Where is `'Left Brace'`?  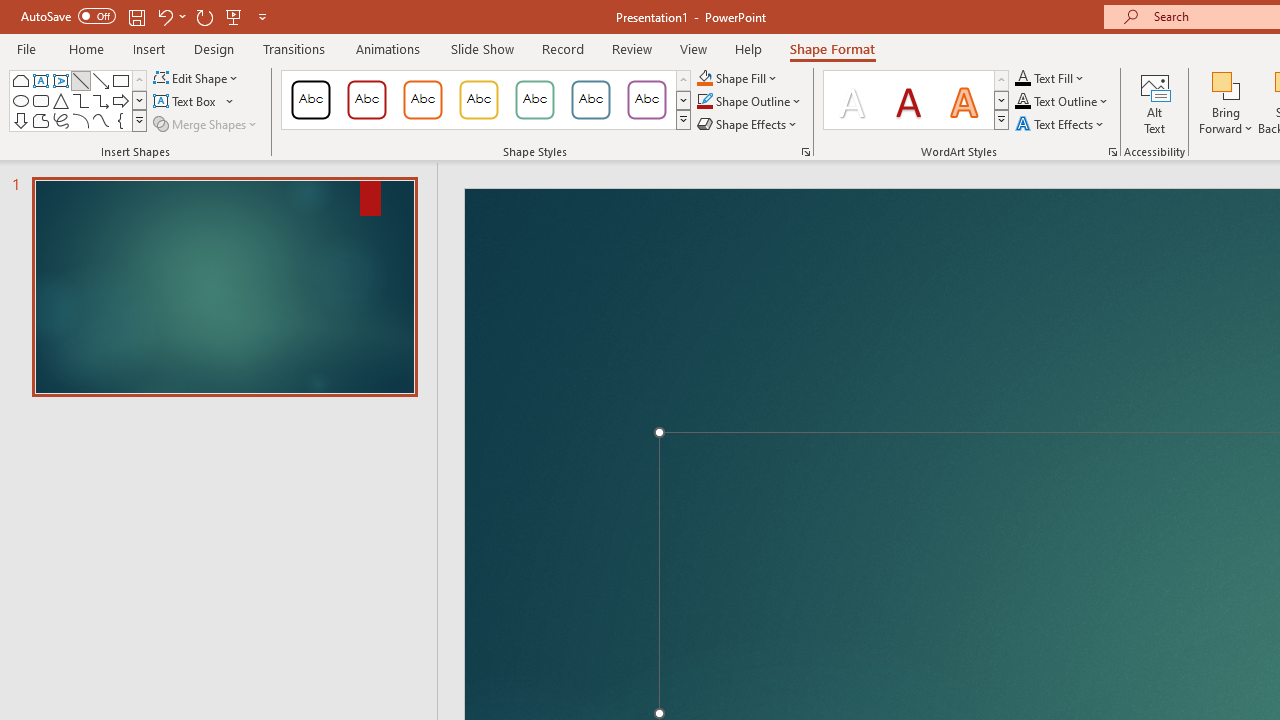
'Left Brace' is located at coordinates (119, 120).